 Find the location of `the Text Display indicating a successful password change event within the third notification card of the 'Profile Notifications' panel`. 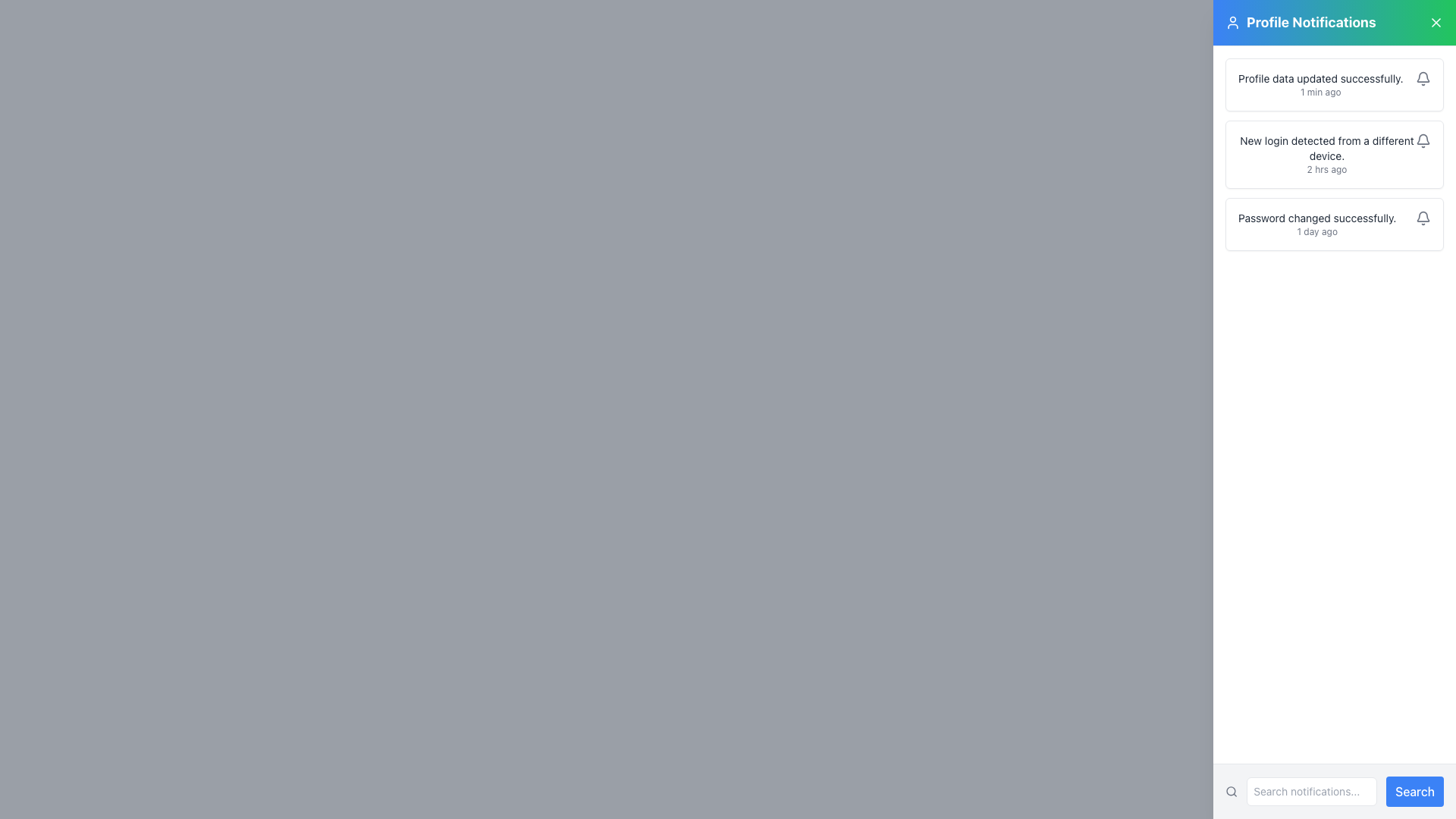

the Text Display indicating a successful password change event within the third notification card of the 'Profile Notifications' panel is located at coordinates (1316, 224).